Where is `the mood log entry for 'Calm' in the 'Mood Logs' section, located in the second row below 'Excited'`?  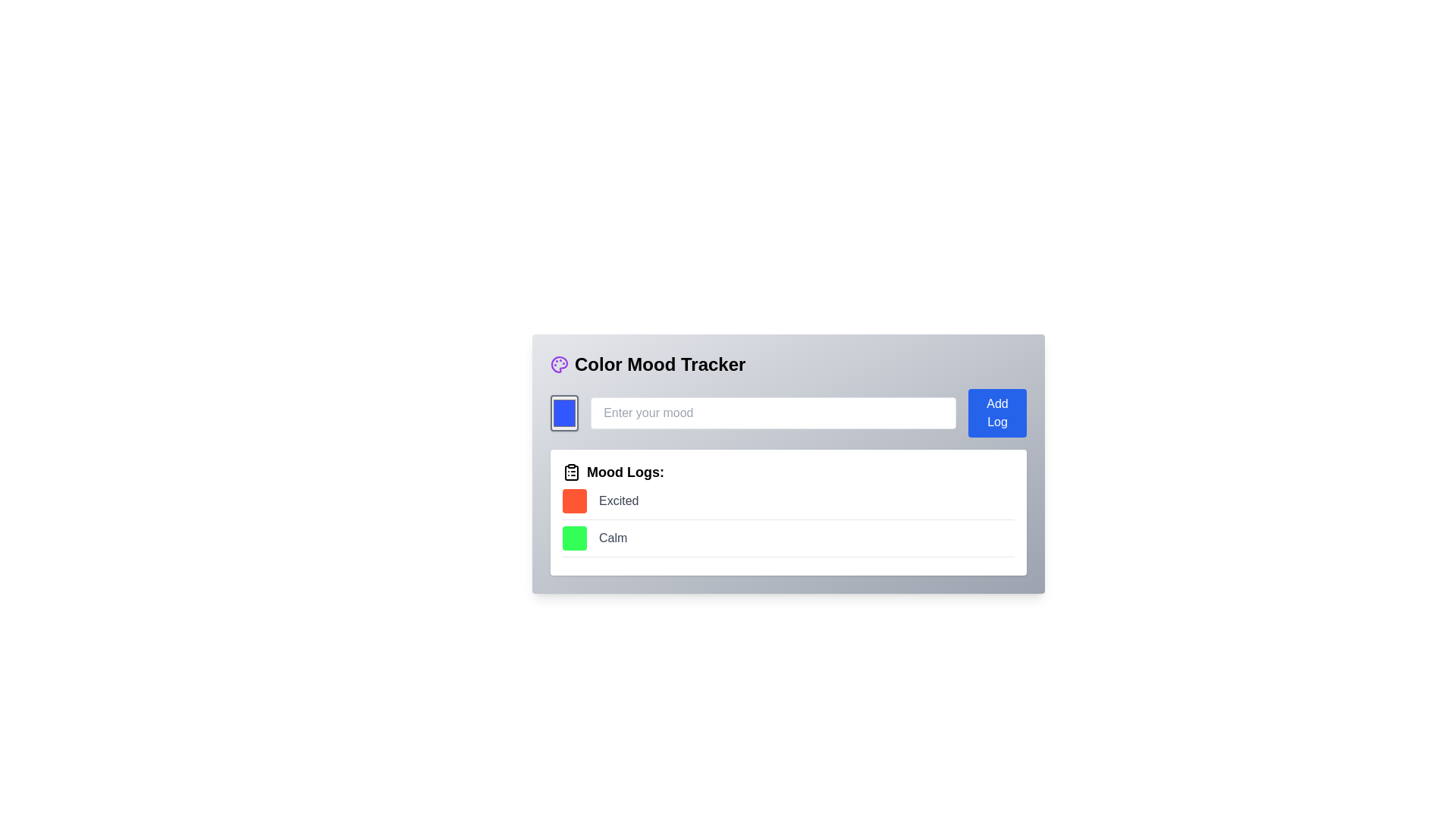
the mood log entry for 'Calm' in the 'Mood Logs' section, located in the second row below 'Excited' is located at coordinates (789, 540).